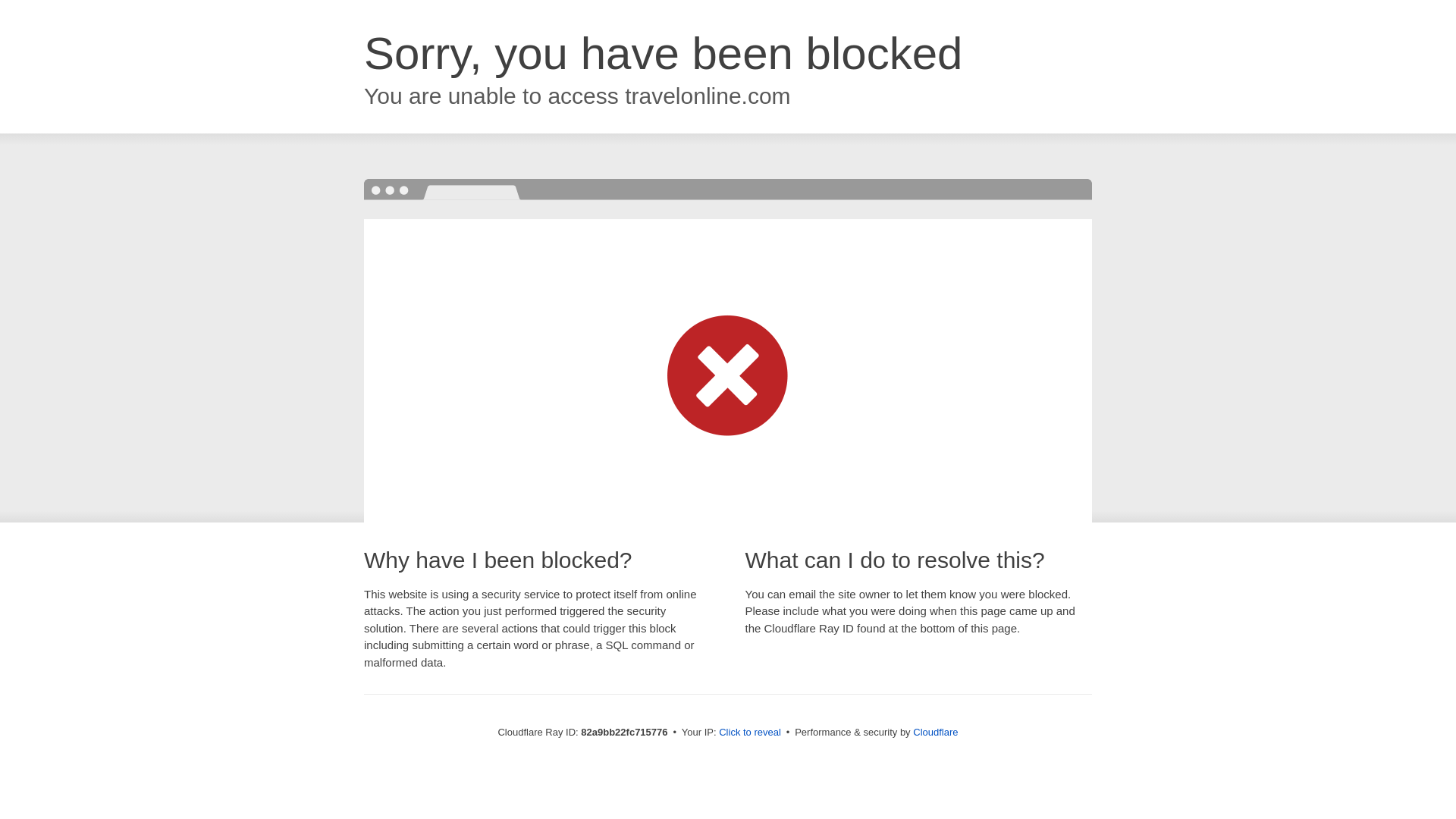  What do you see at coordinates (749, 731) in the screenshot?
I see `'Click to reveal'` at bounding box center [749, 731].